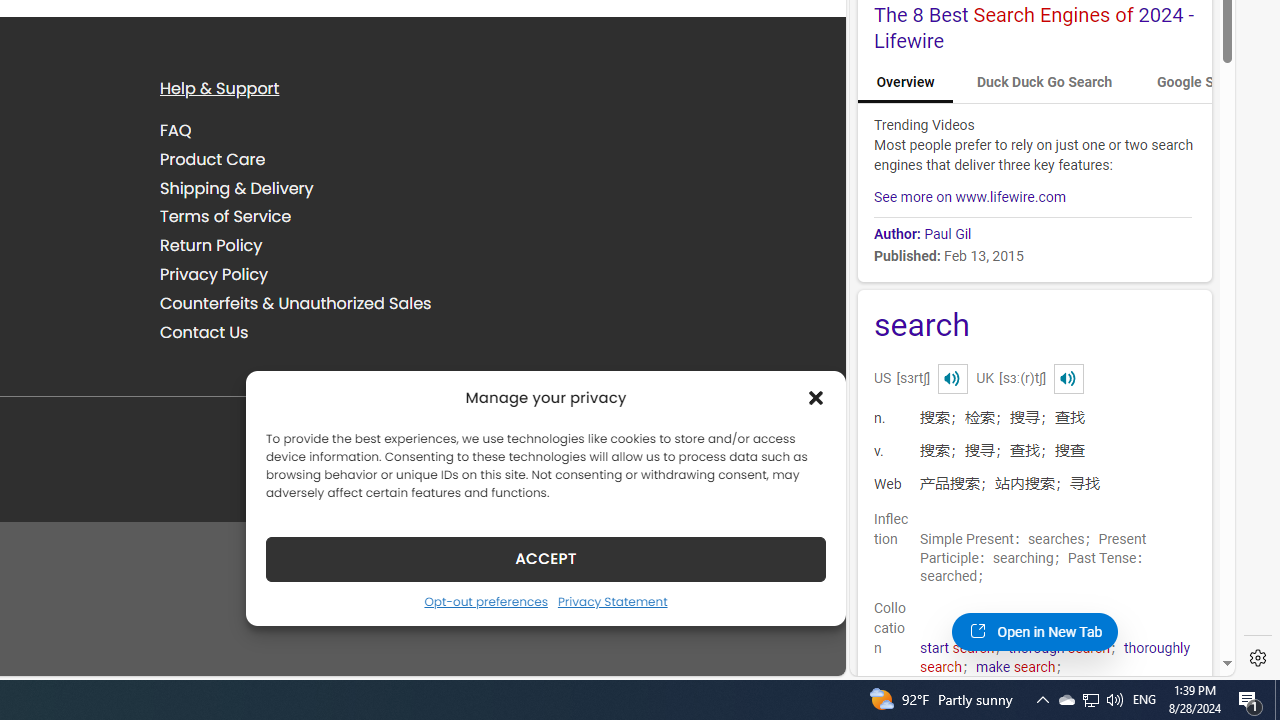 The width and height of the screenshot is (1280, 720). I want to click on 'Product Care', so click(213, 158).